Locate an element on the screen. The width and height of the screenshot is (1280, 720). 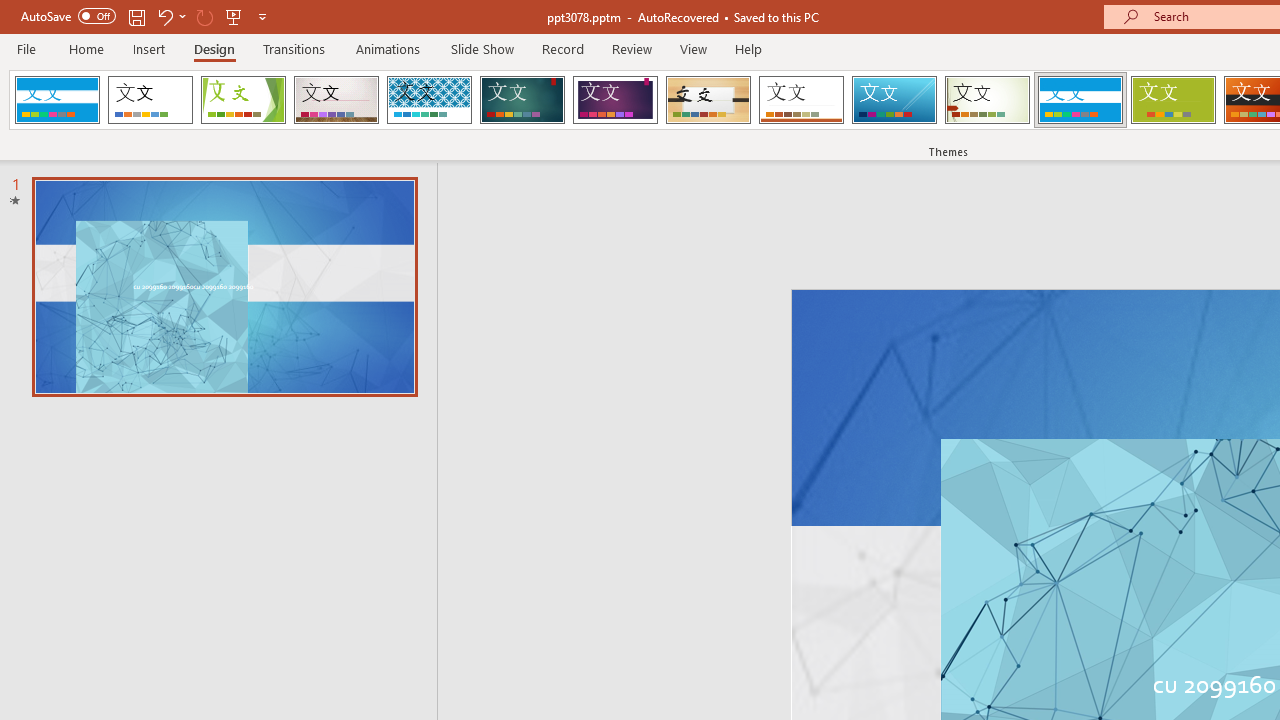
'Basis' is located at coordinates (1173, 100).